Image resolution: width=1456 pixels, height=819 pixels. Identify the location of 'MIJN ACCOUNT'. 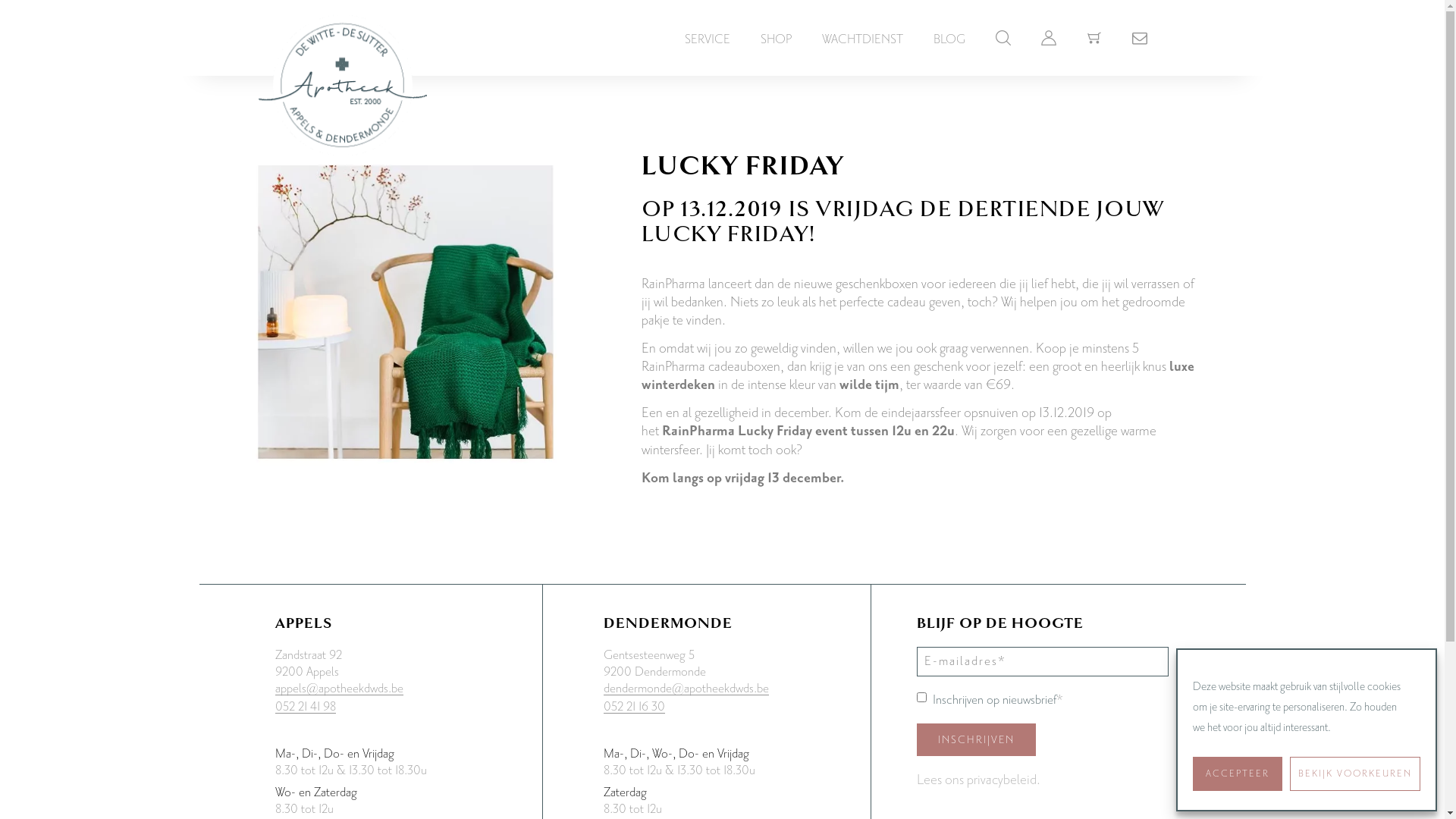
(1047, 34).